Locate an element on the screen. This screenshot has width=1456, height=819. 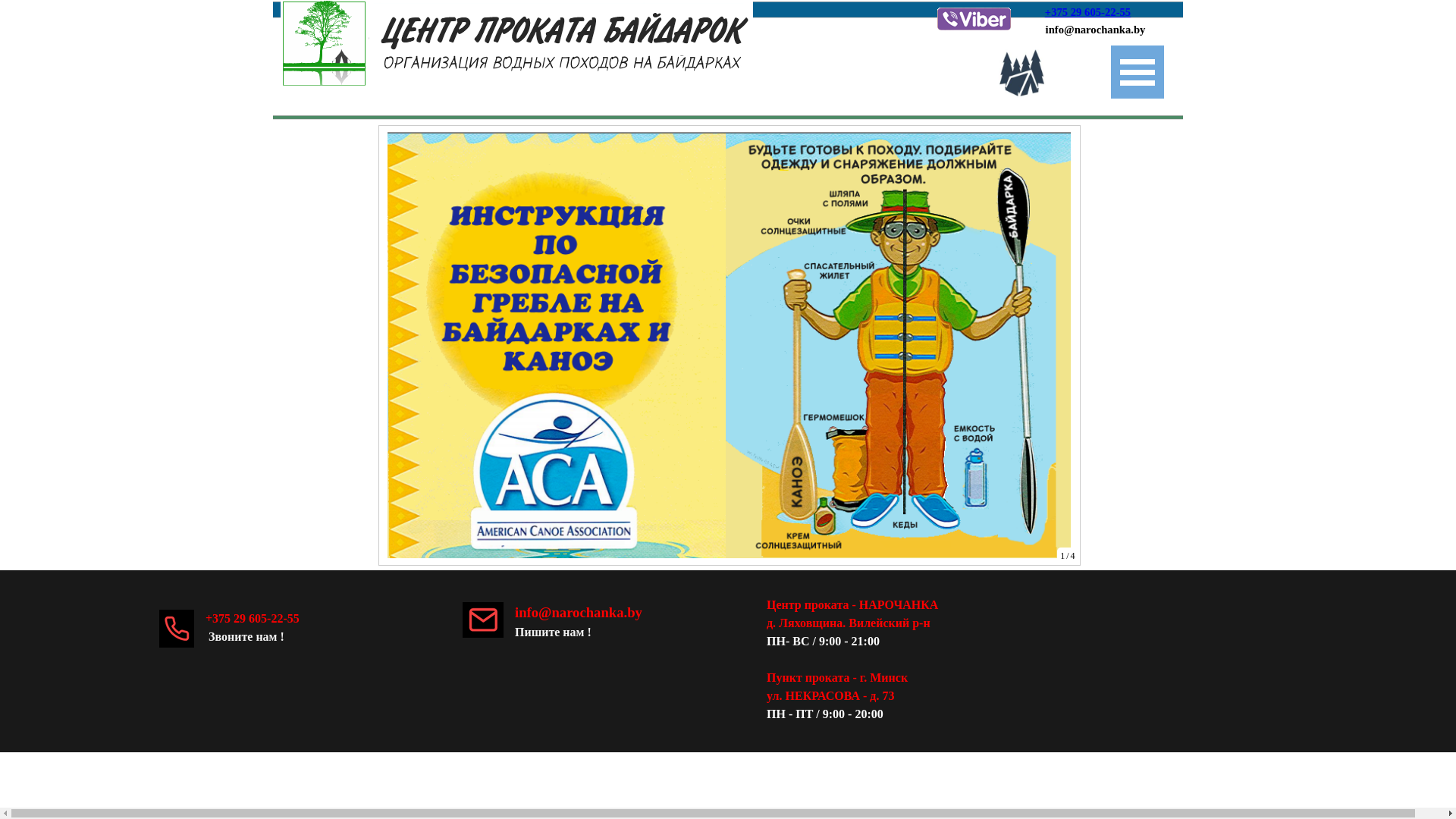
'+375 29 605-22-55' is located at coordinates (1087, 11).